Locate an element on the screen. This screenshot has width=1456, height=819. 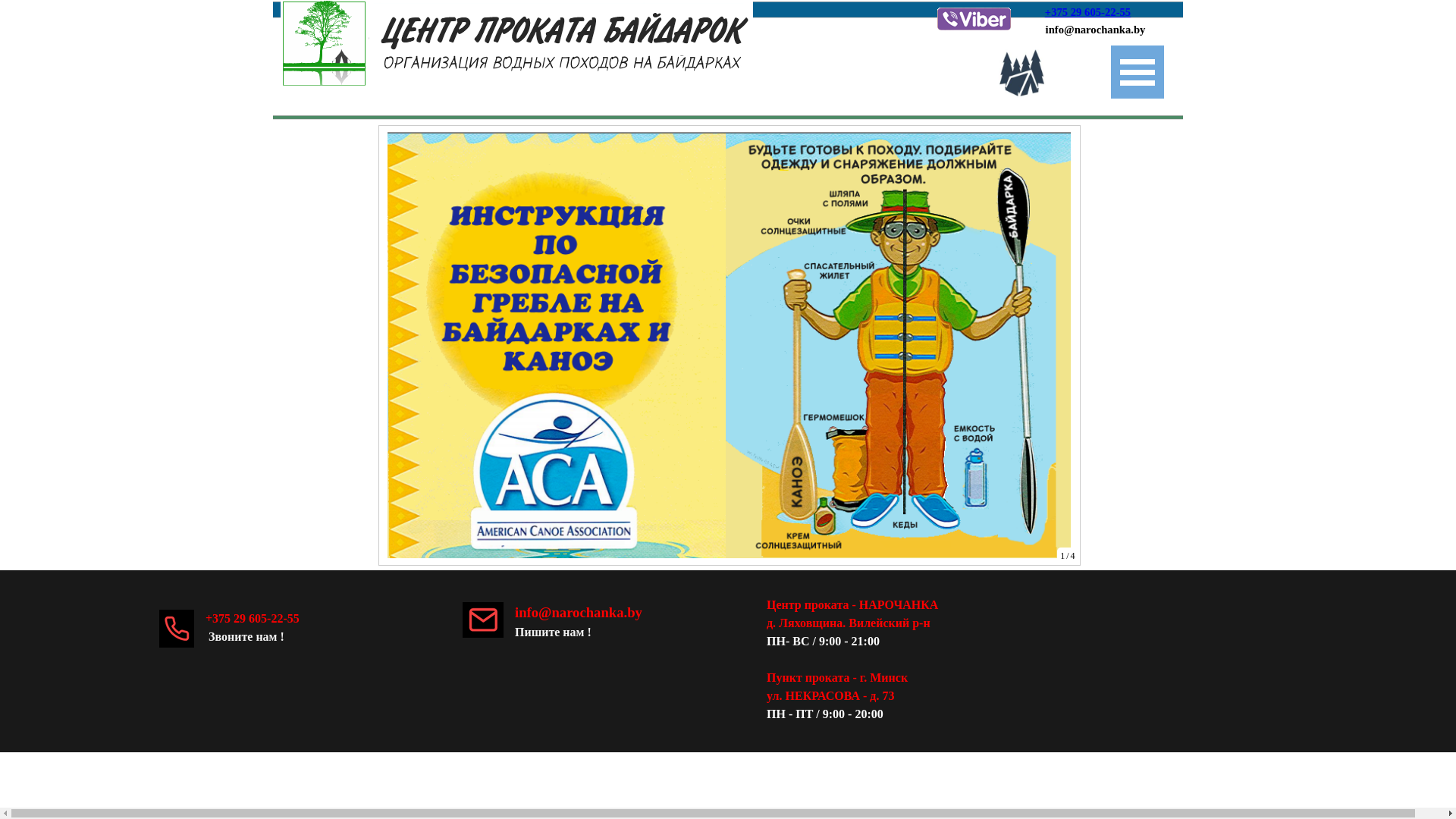
'+375 29 605-22-55' is located at coordinates (1087, 11).